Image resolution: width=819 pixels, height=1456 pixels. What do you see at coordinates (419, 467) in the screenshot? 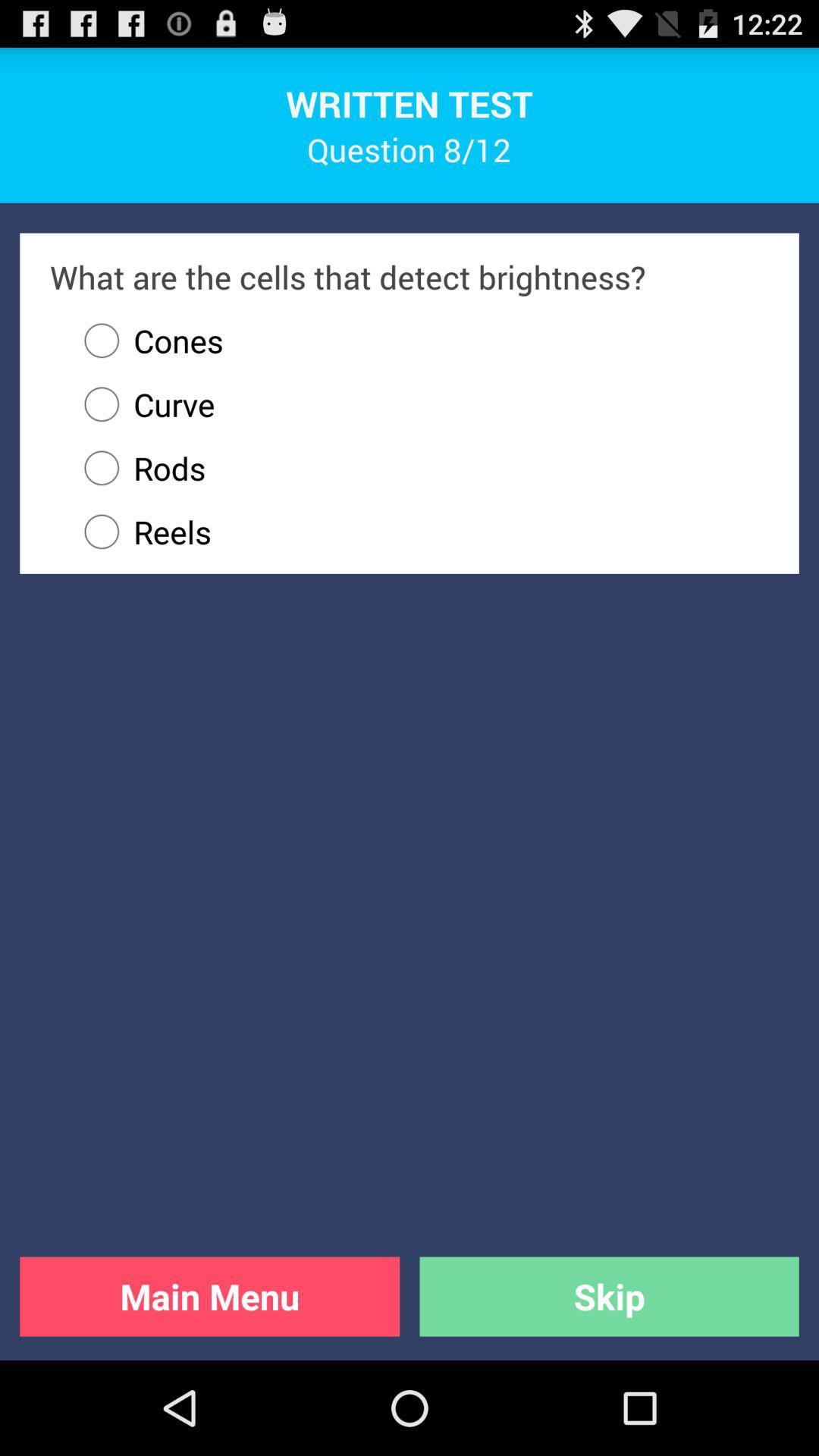
I see `rods radio button` at bounding box center [419, 467].